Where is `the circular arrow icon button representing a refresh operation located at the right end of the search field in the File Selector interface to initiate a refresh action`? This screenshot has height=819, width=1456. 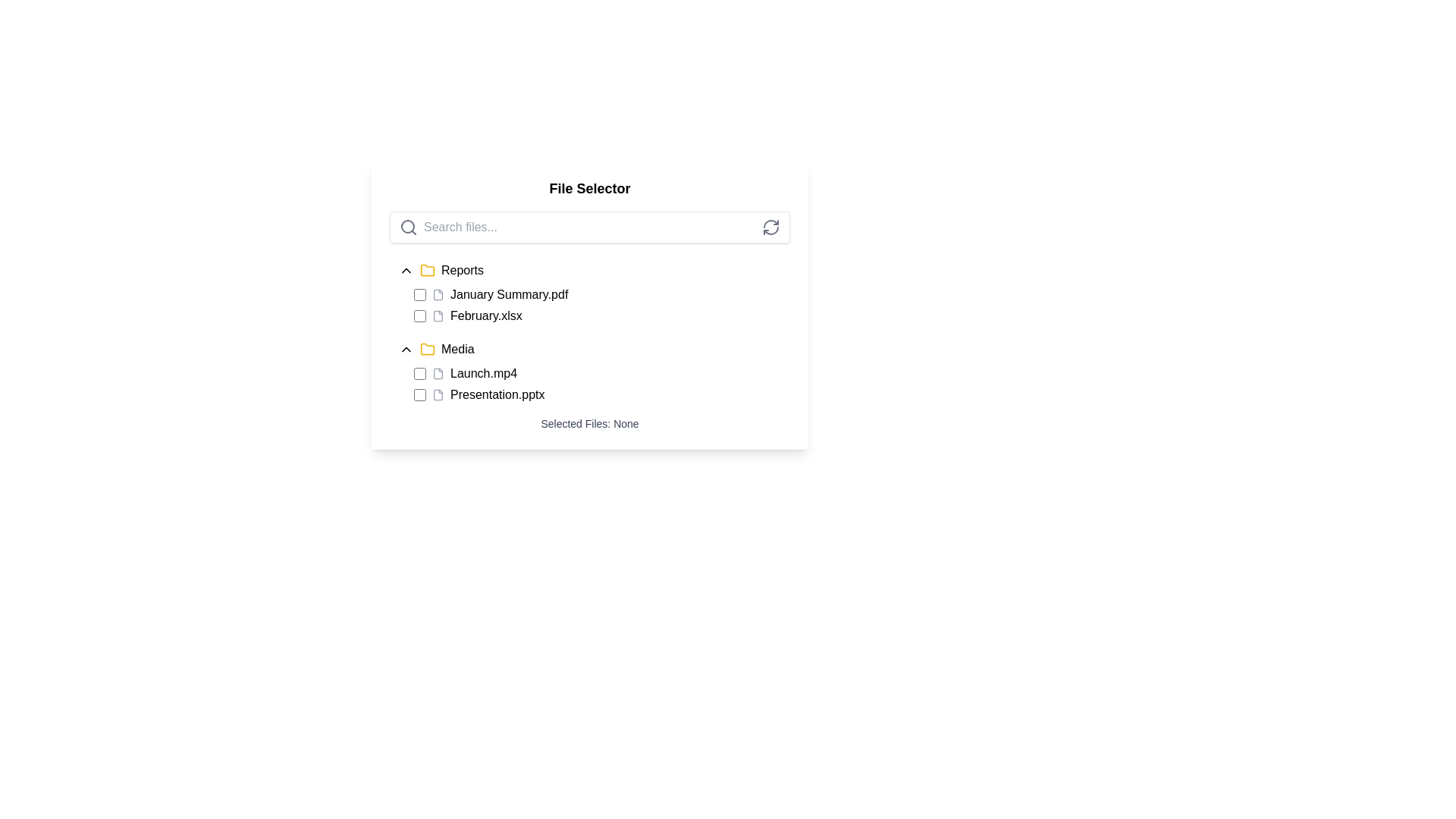 the circular arrow icon button representing a refresh operation located at the right end of the search field in the File Selector interface to initiate a refresh action is located at coordinates (771, 227).